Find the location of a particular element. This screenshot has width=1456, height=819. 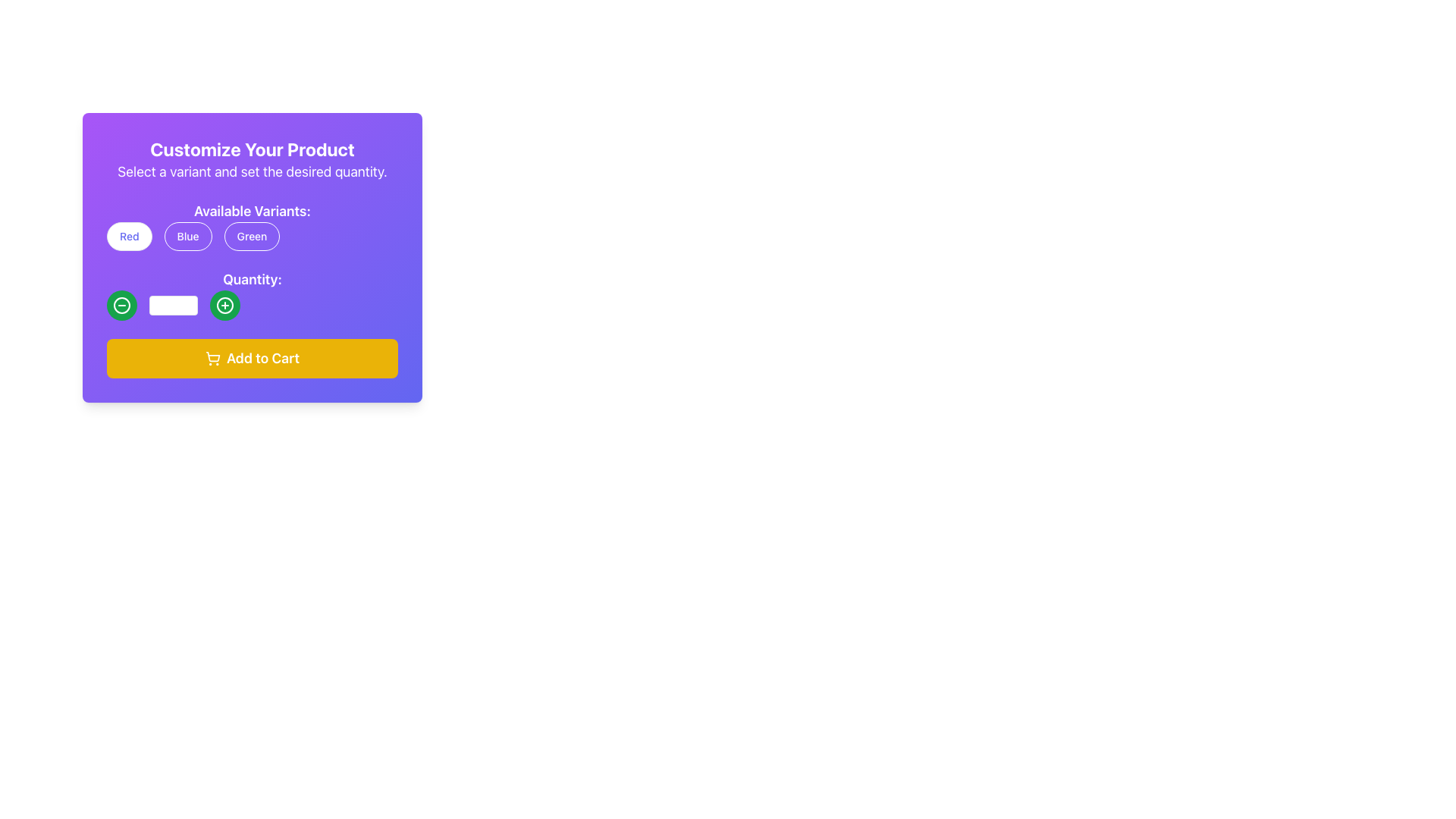

the green circular button with a minus sign located in the 'Quantity' section of the product customization interface is located at coordinates (122, 305).